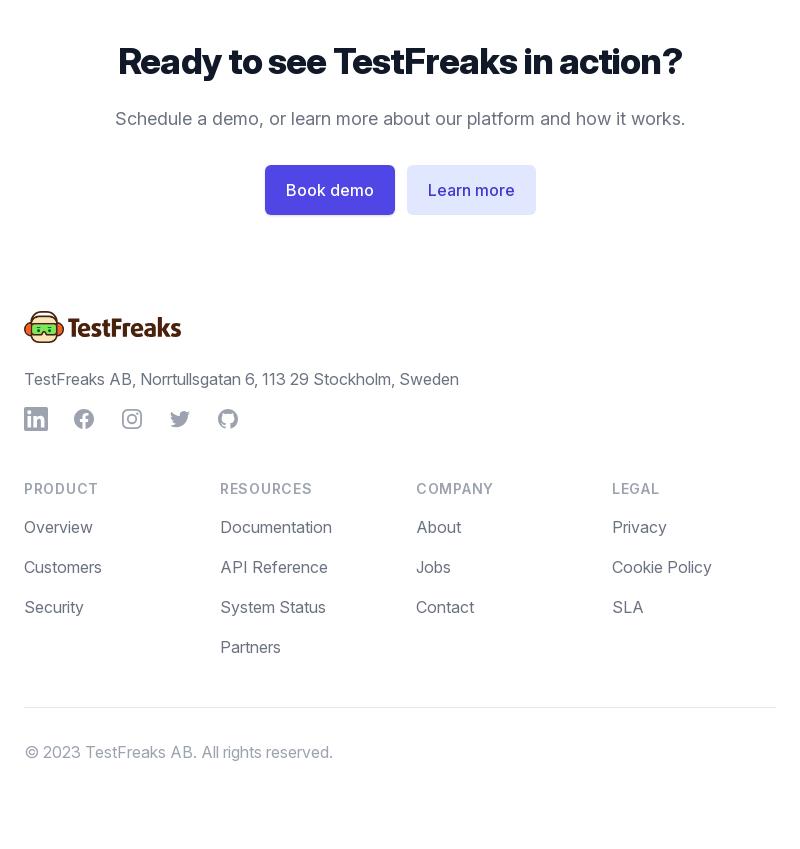 The width and height of the screenshot is (800, 849). What do you see at coordinates (628, 606) in the screenshot?
I see `'SLA'` at bounding box center [628, 606].